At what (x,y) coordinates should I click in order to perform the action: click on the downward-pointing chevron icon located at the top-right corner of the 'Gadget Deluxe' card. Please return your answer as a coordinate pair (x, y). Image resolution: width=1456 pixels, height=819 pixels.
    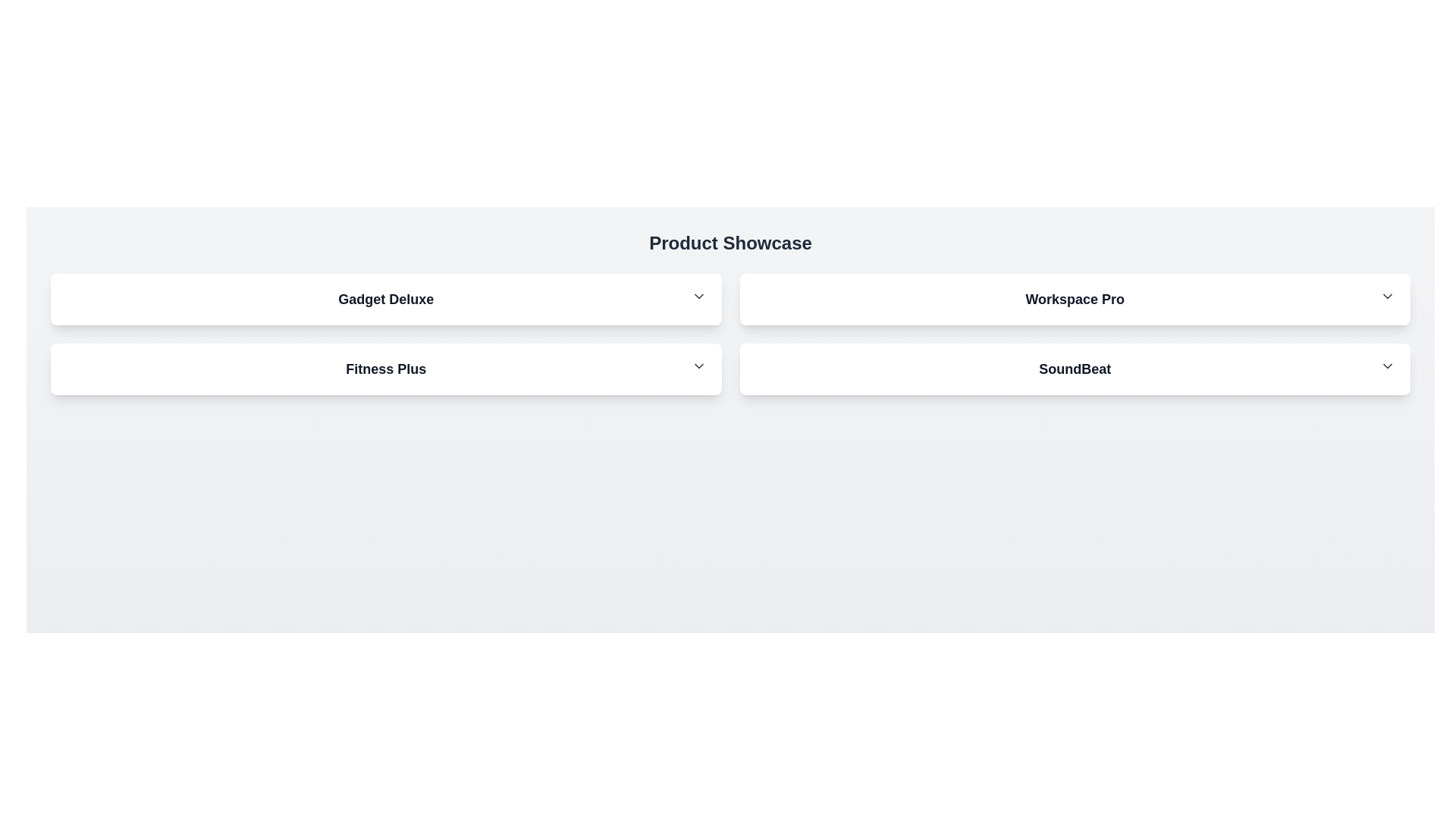
    Looking at the image, I should click on (698, 296).